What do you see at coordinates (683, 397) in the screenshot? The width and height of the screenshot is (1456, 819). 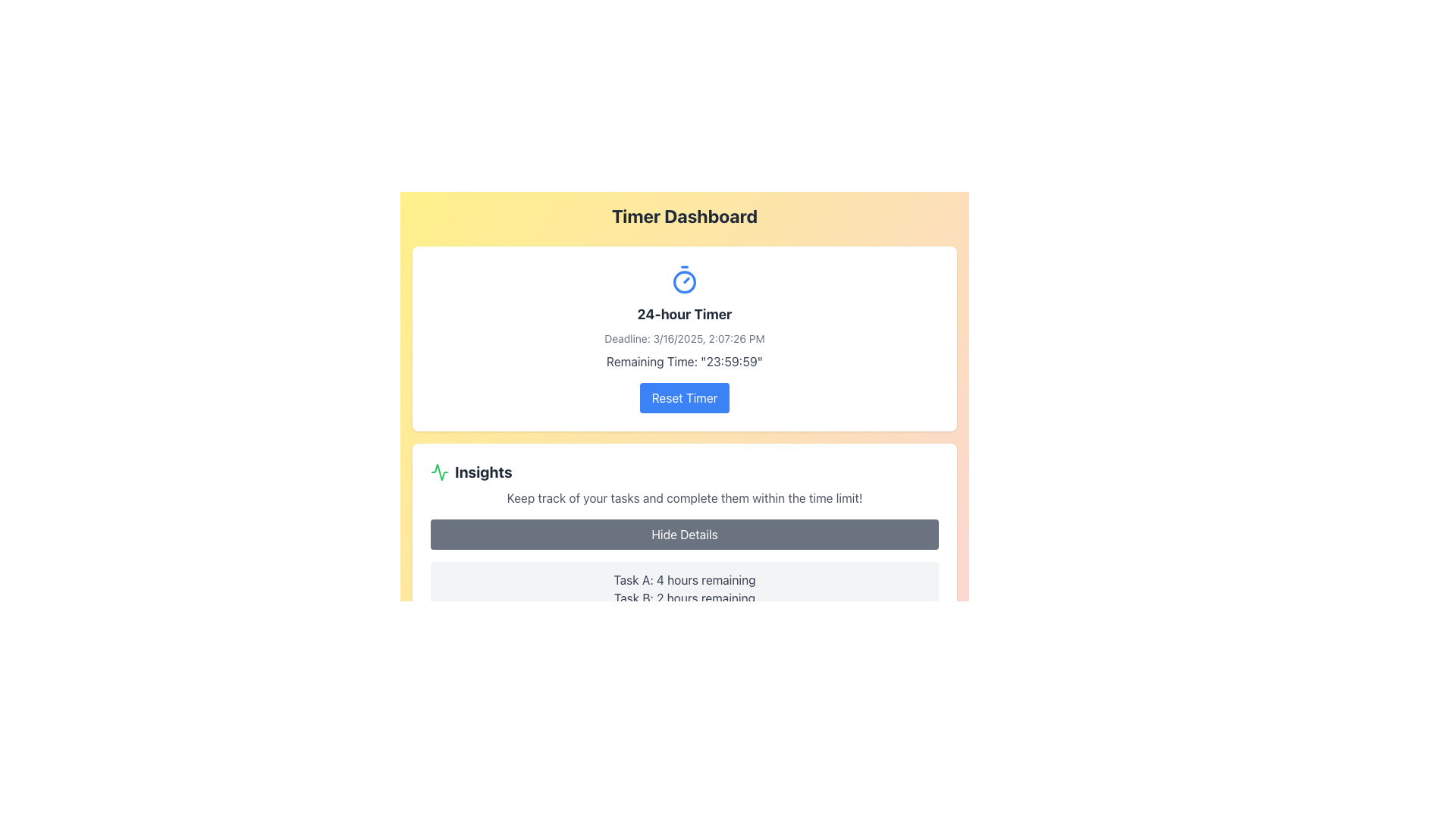 I see `the reset button located below the 'Remaining Time: "23:59:59"' text in the '24-hour Timer' section to reset the timer` at bounding box center [683, 397].